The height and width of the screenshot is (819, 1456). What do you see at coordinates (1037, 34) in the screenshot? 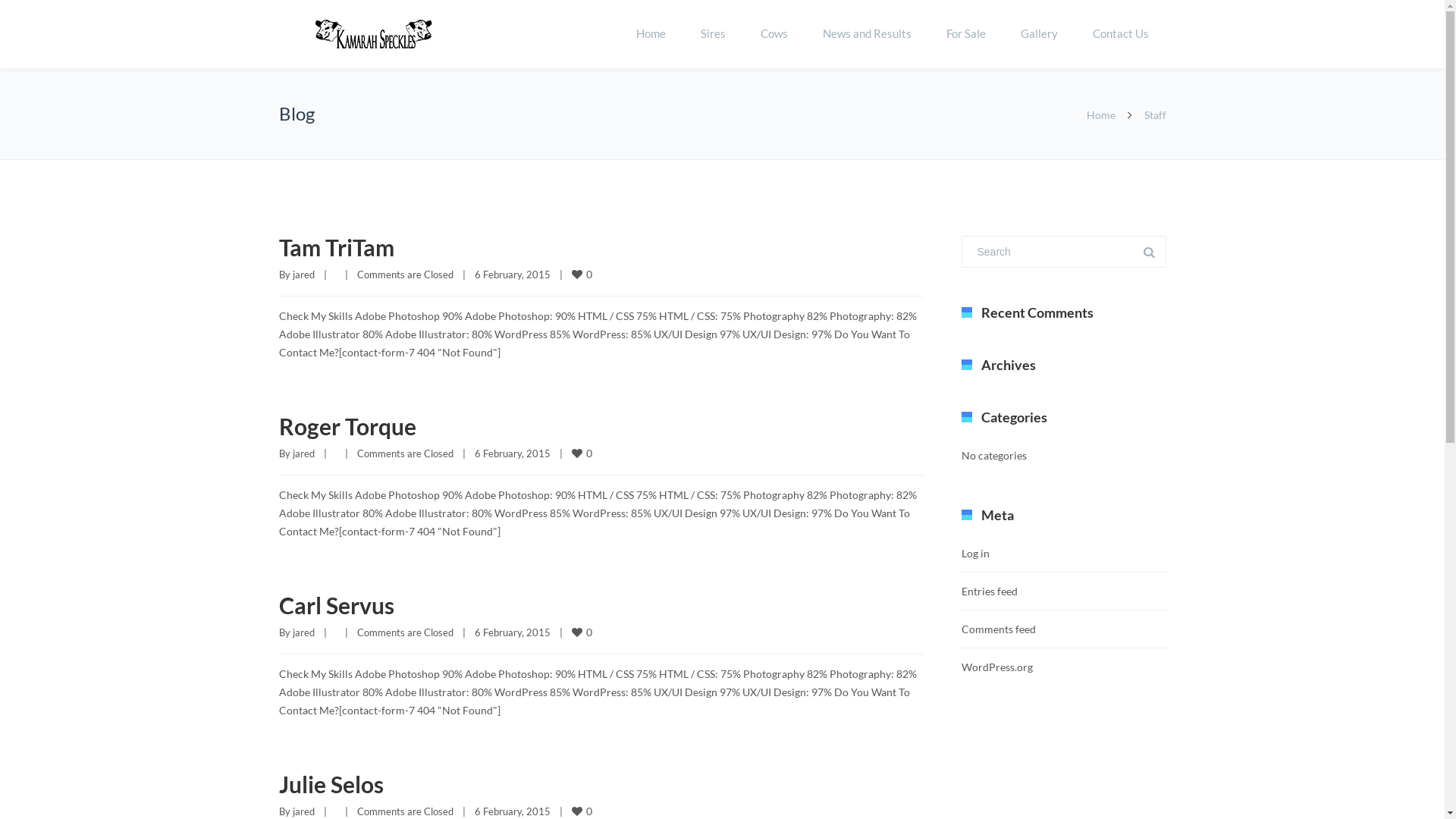
I see `'Gallery'` at bounding box center [1037, 34].